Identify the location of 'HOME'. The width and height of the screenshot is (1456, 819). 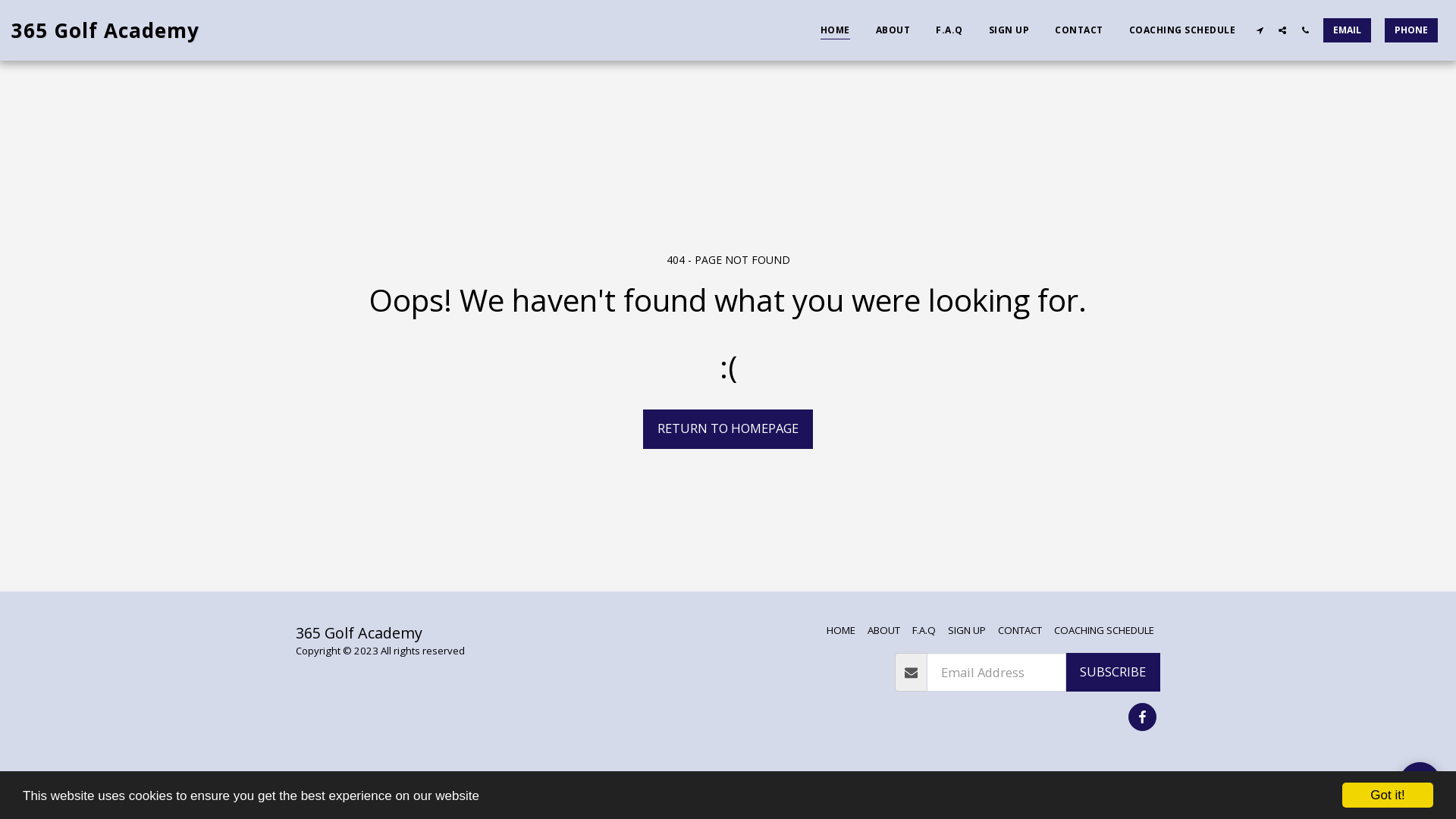
(825, 629).